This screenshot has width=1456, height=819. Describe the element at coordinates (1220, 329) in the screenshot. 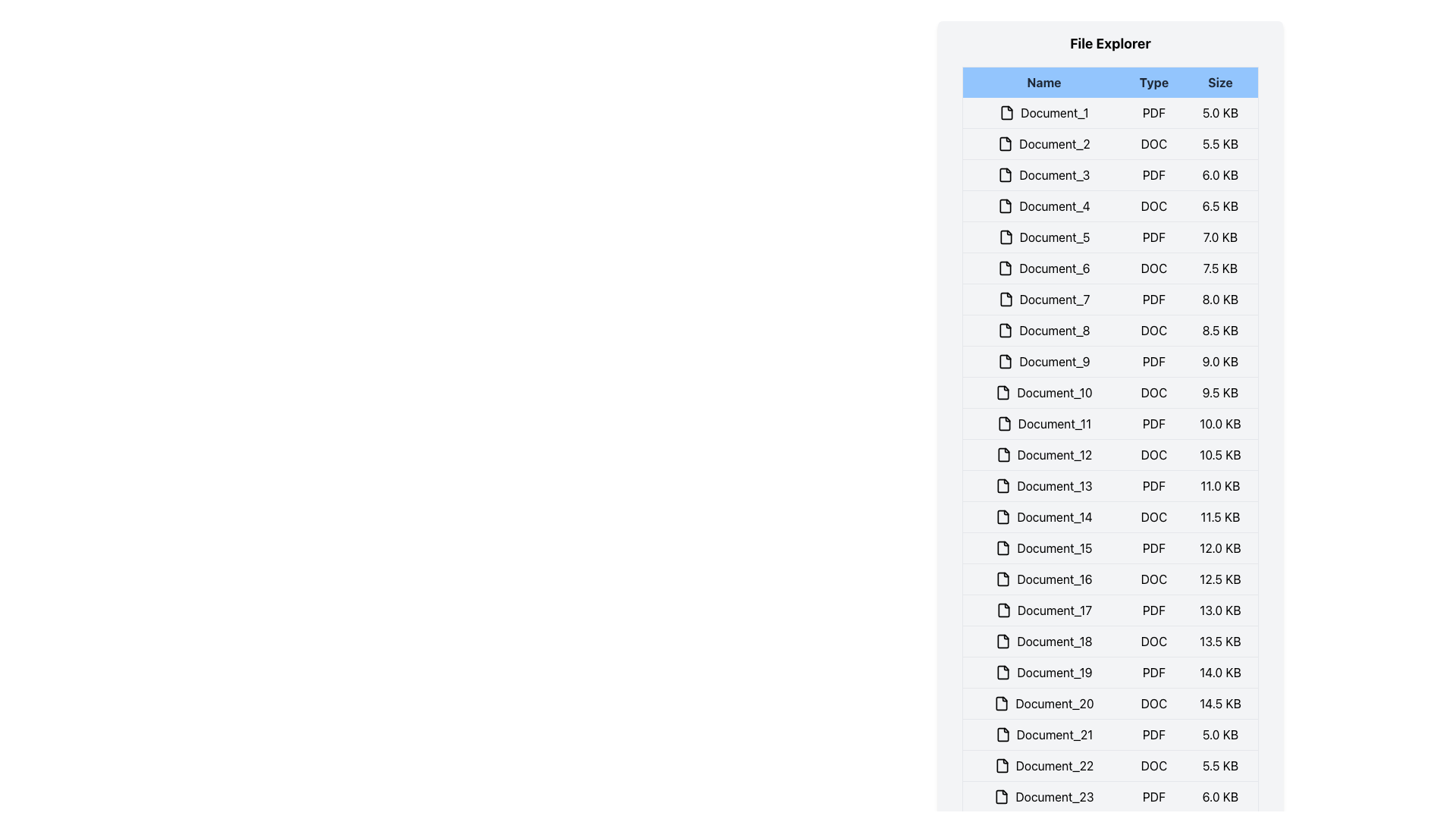

I see `the Text Label indicating the size of the associated file in kilobytes, located in the 'Size' column of the table row labeled 'Document_8 DOC'` at that location.